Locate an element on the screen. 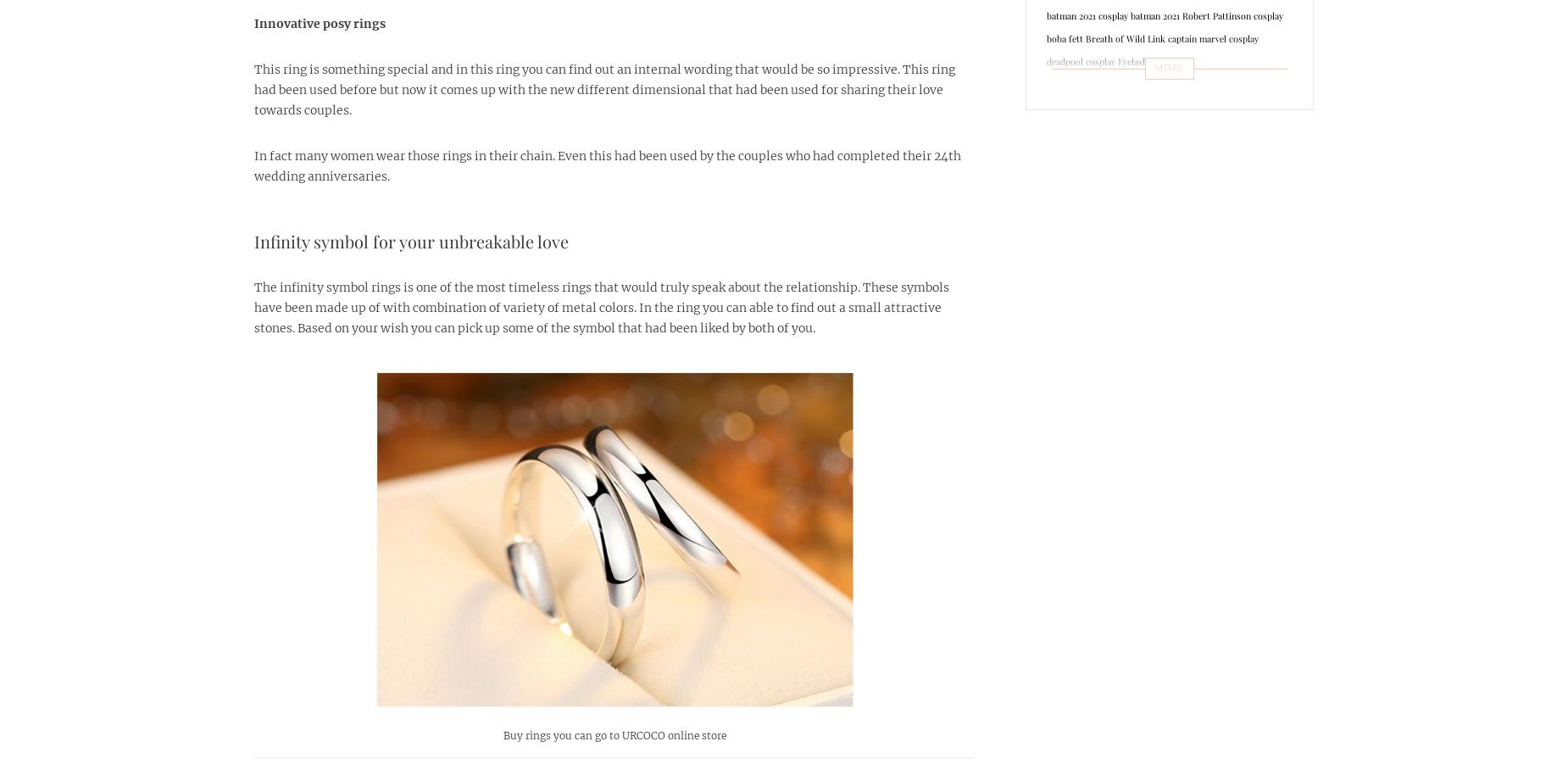 The image size is (1568, 775). 'Halloween costumes' is located at coordinates (1230, 101).